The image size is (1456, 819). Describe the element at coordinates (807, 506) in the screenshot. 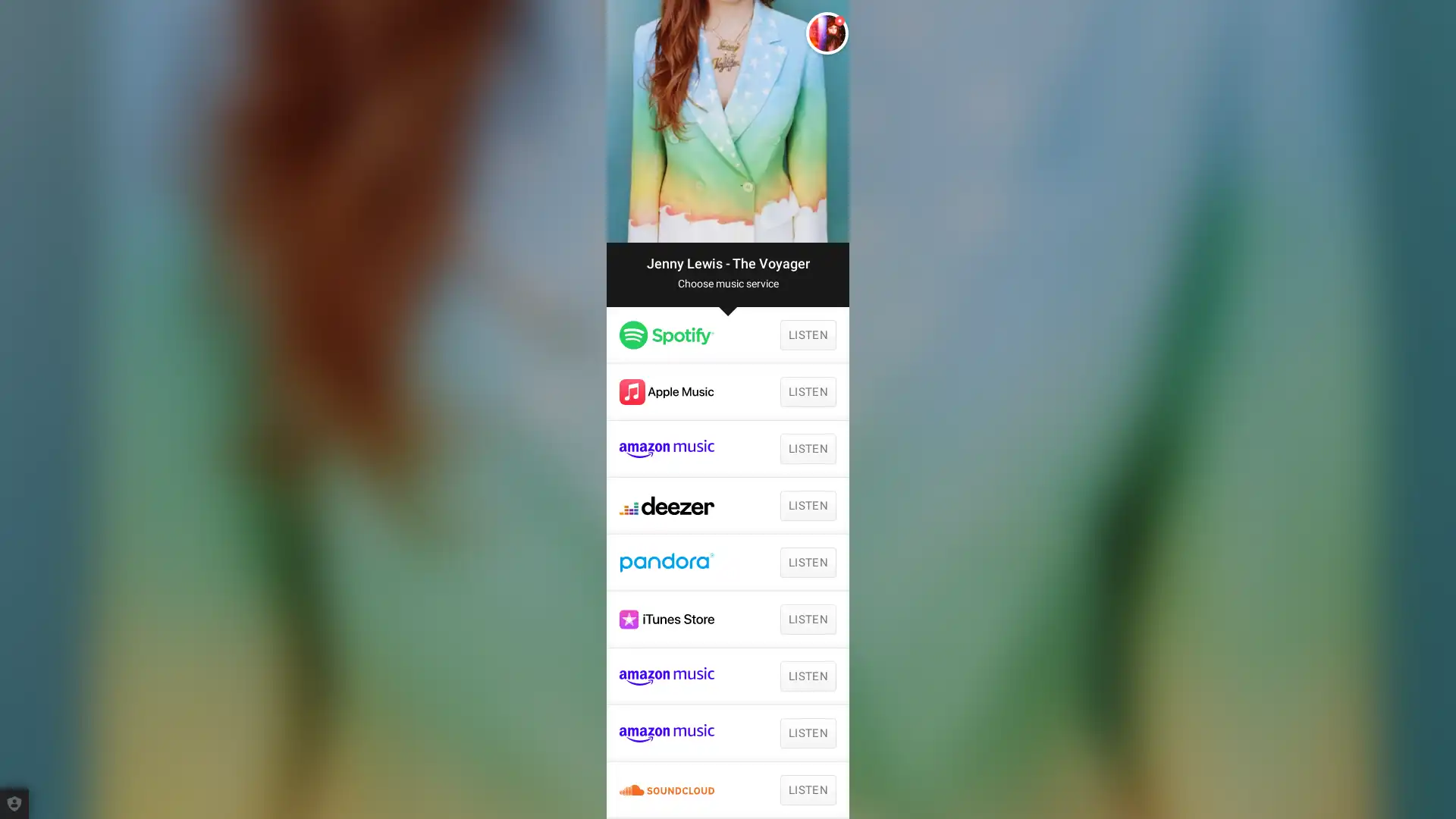

I see `LISTEN` at that location.